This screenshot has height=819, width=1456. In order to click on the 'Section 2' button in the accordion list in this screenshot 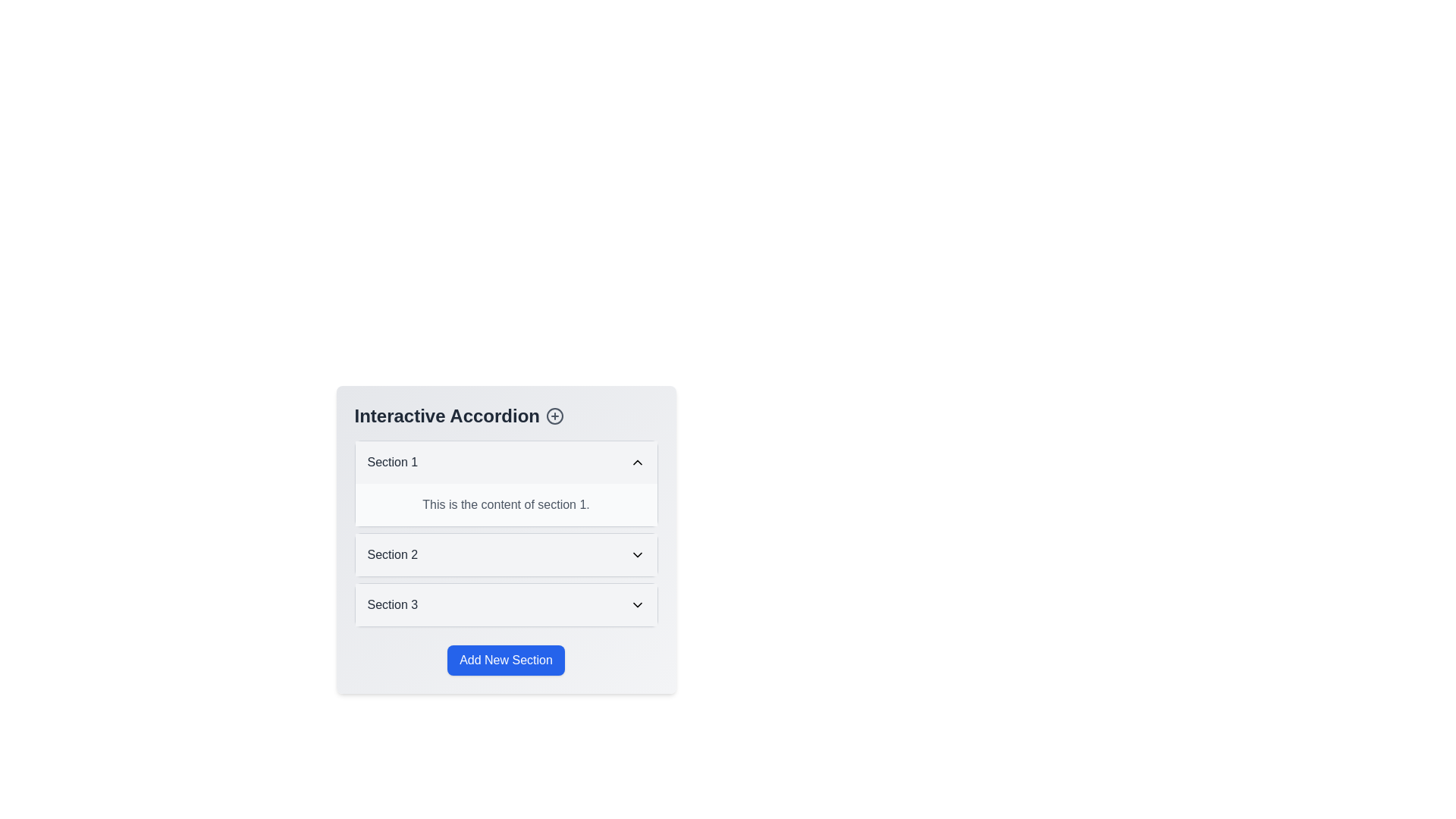, I will do `click(506, 555)`.